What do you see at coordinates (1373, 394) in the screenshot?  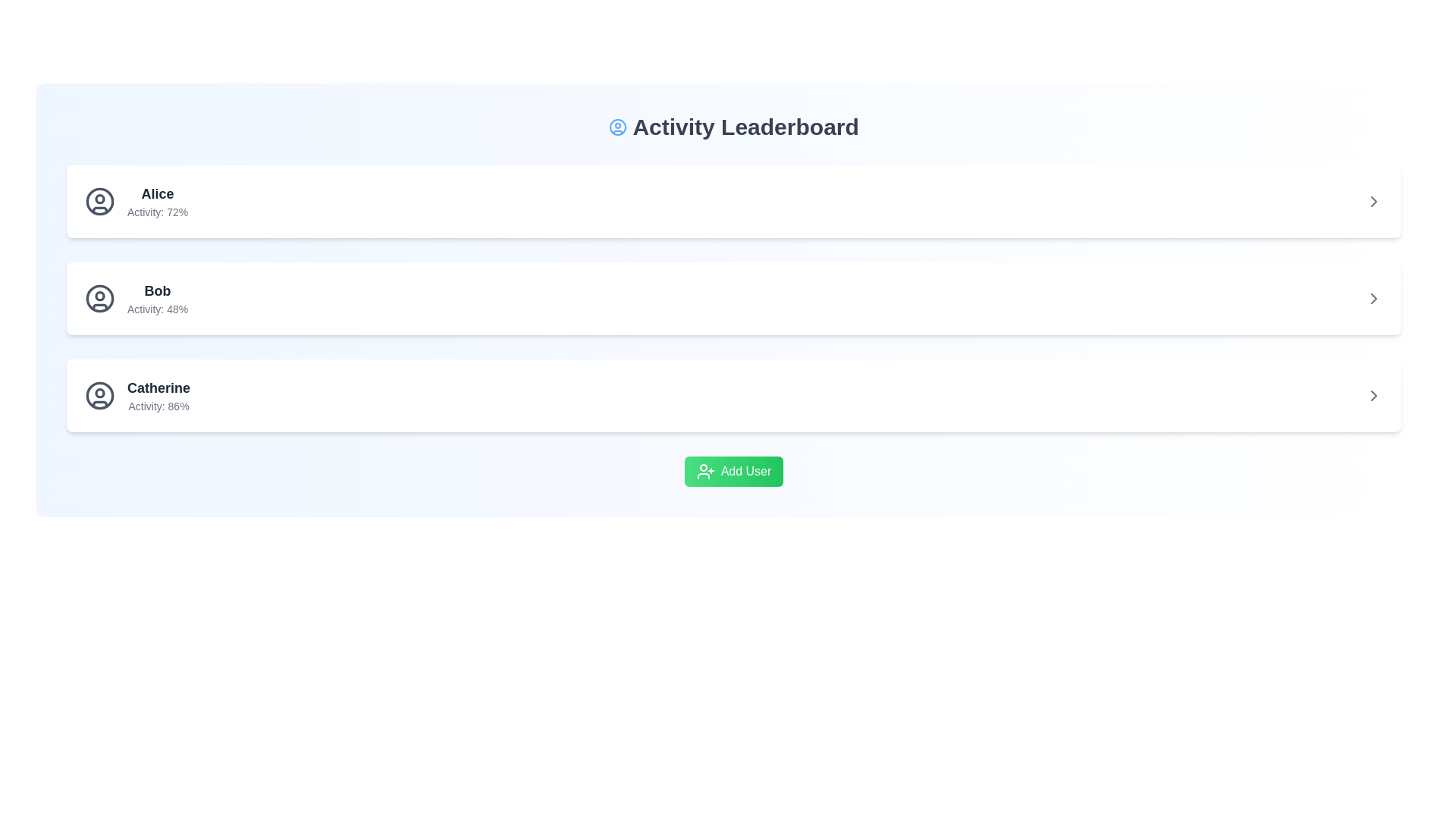 I see `the Chevron right navigation icon located at the bottom-most section of the activity list, aligned with the 'Catherine' activity entry` at bounding box center [1373, 394].